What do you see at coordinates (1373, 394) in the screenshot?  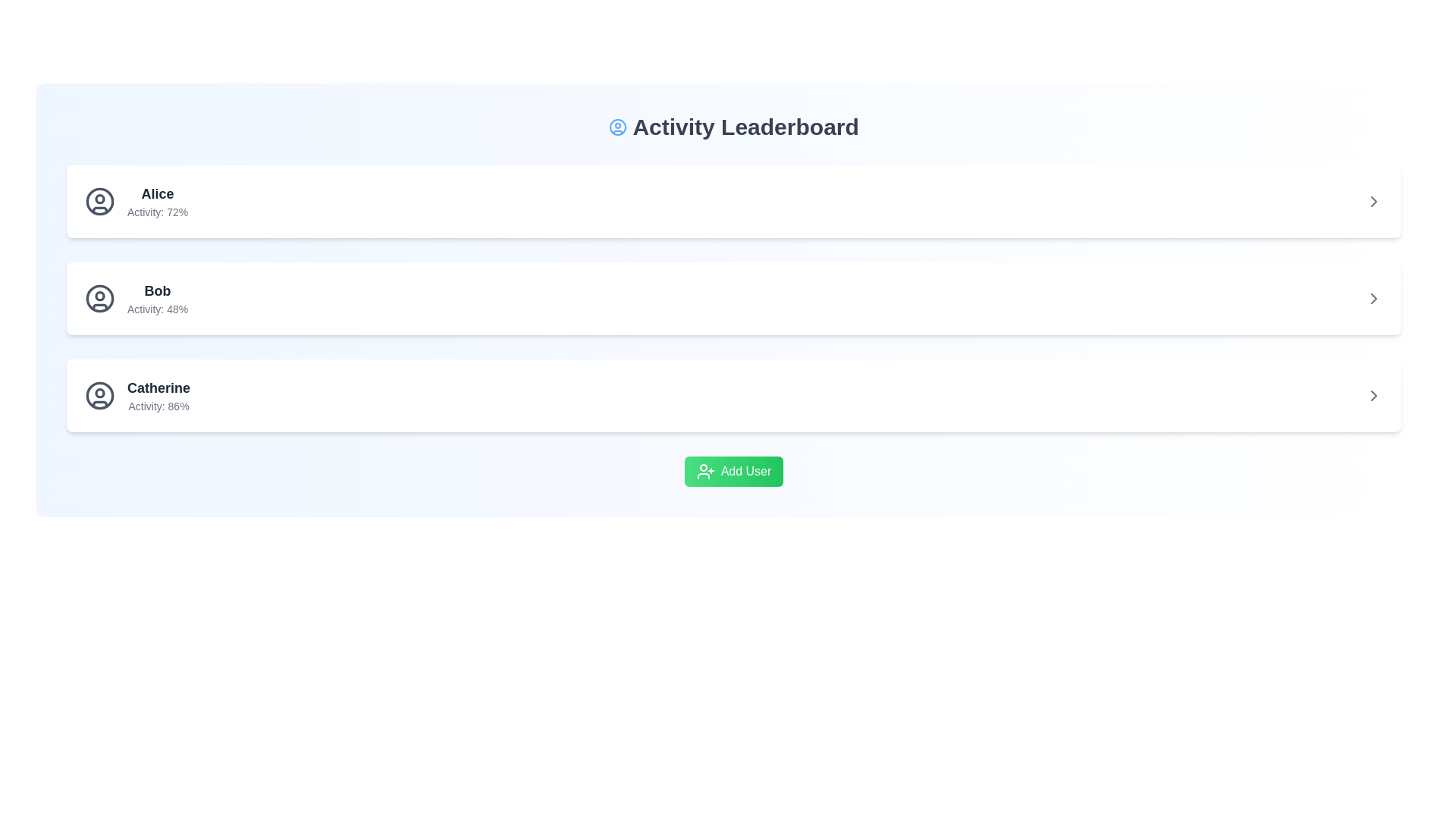 I see `the Chevron right navigation icon located at the bottom-most section of the activity list, aligned with the 'Catherine' activity entry` at bounding box center [1373, 394].